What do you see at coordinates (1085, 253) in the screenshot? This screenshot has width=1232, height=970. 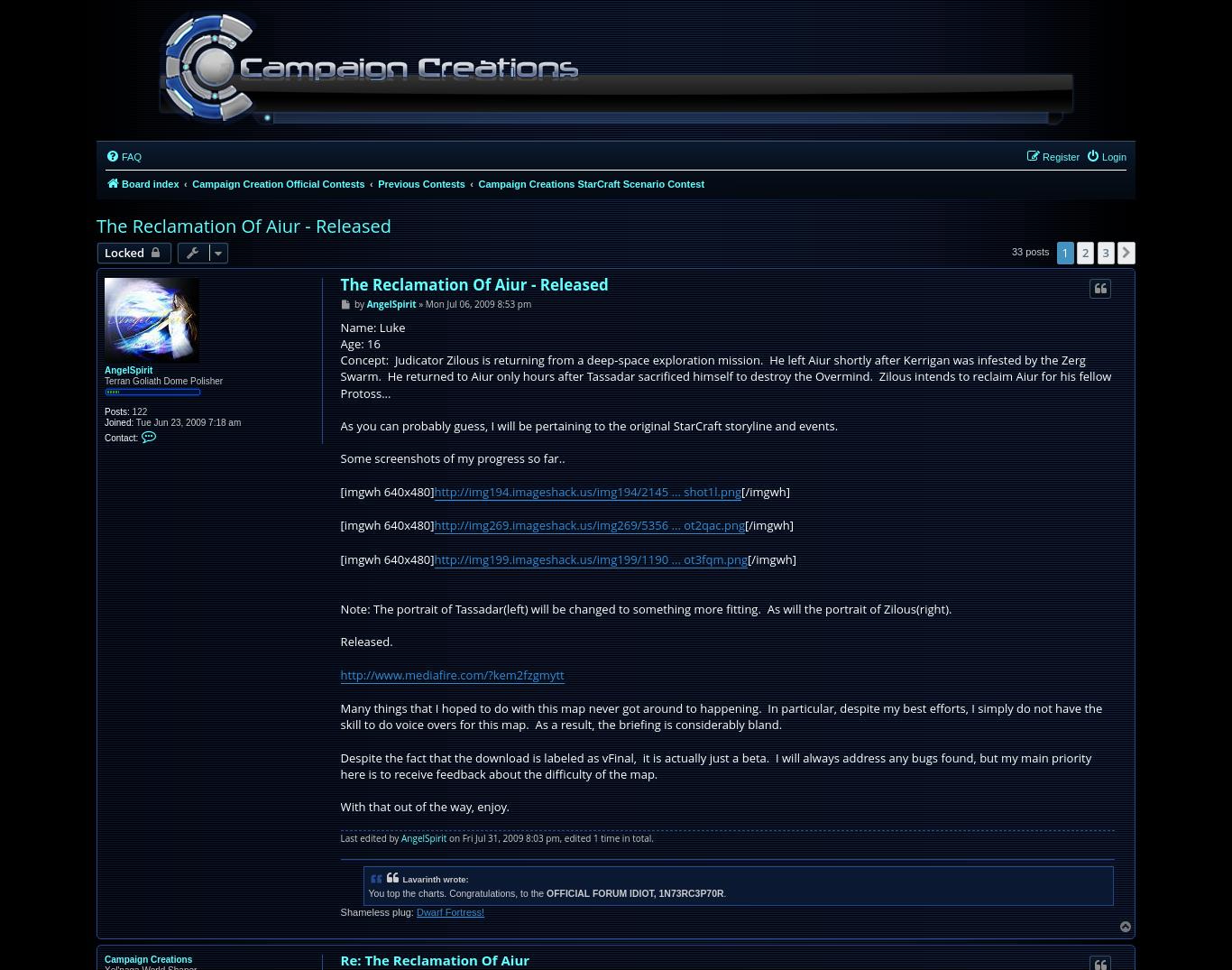 I see `'2'` at bounding box center [1085, 253].